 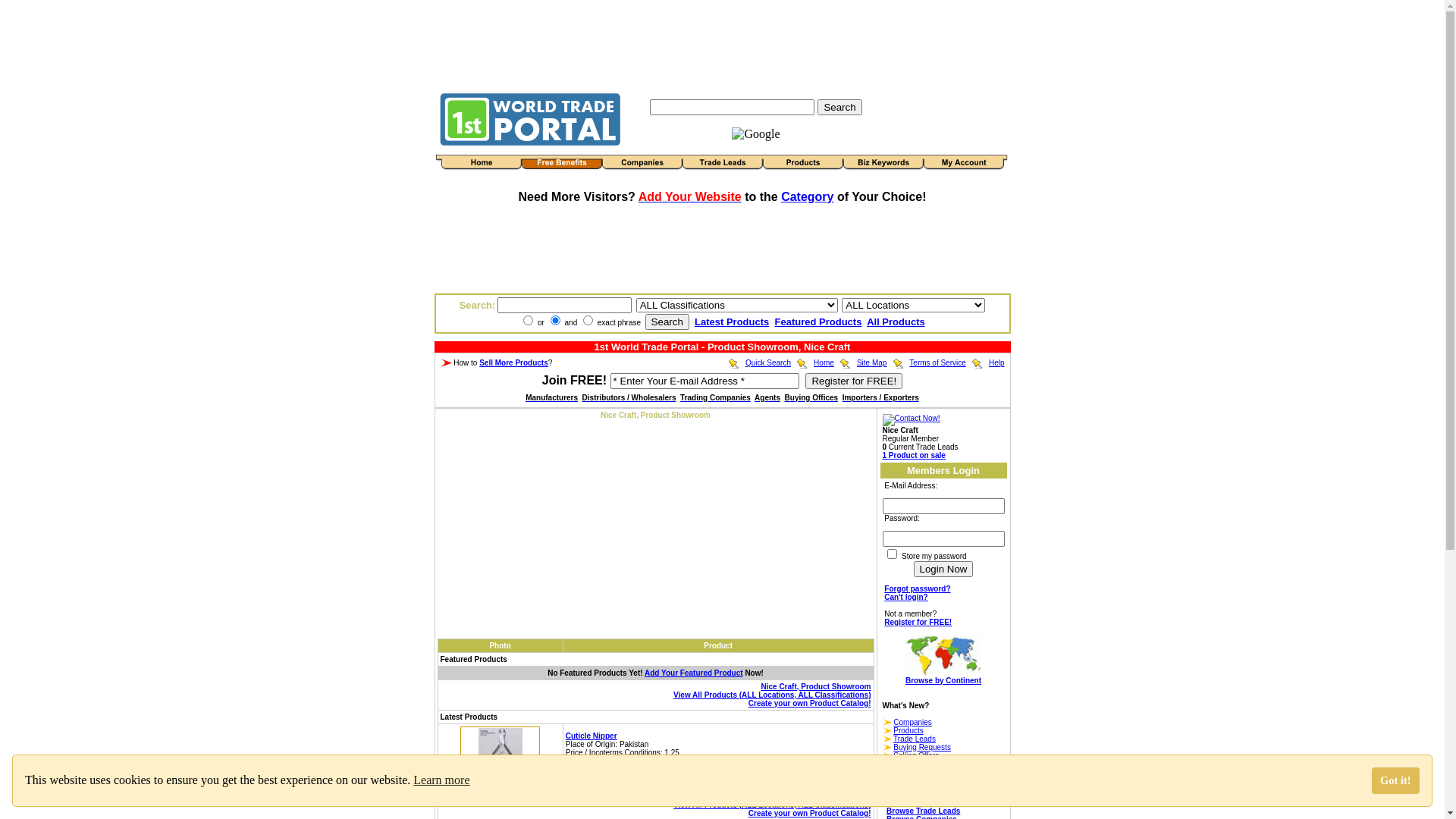 I want to click on 'Sell More Products', so click(x=513, y=362).